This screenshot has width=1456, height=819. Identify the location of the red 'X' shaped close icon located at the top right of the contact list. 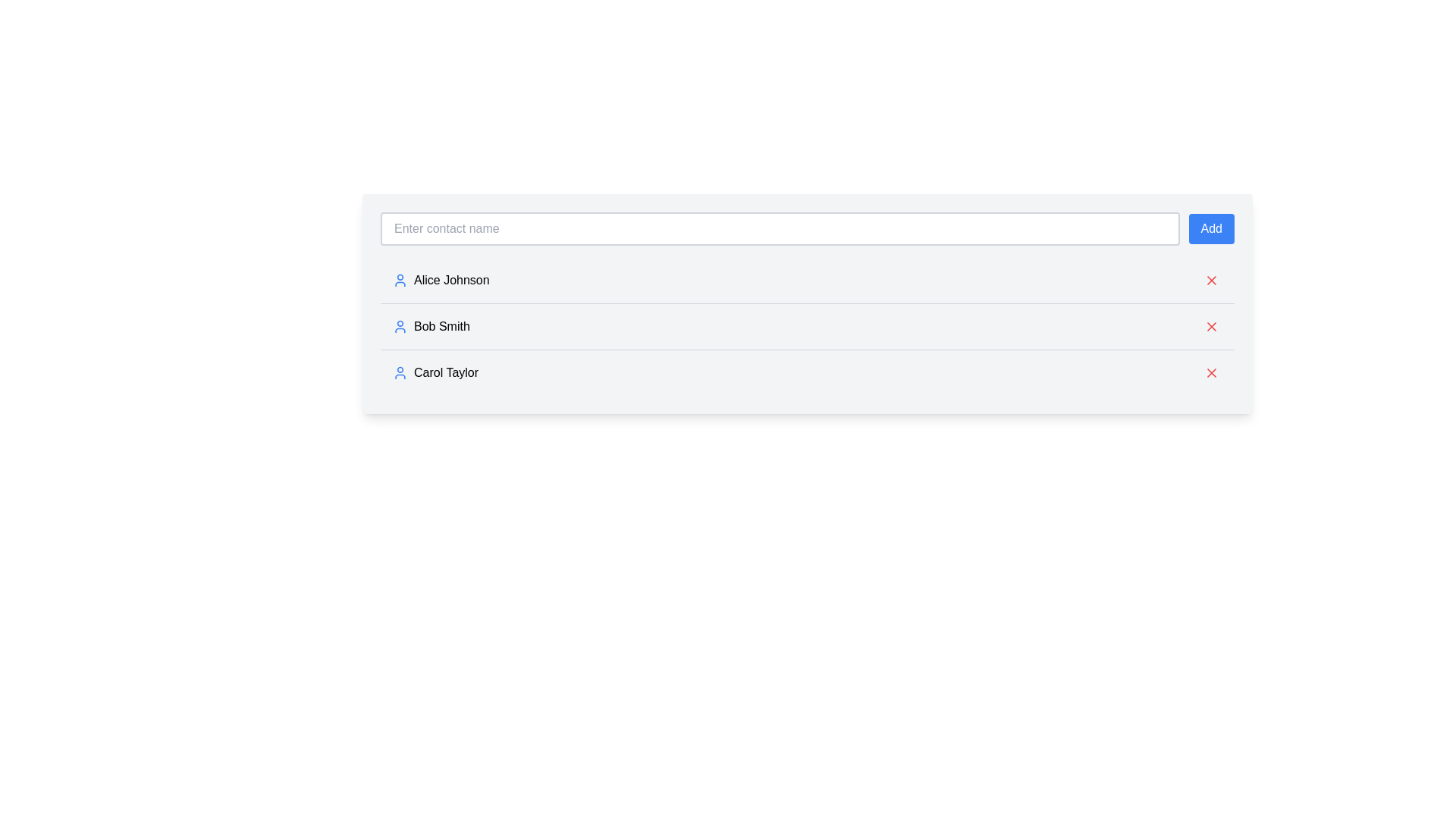
(1211, 281).